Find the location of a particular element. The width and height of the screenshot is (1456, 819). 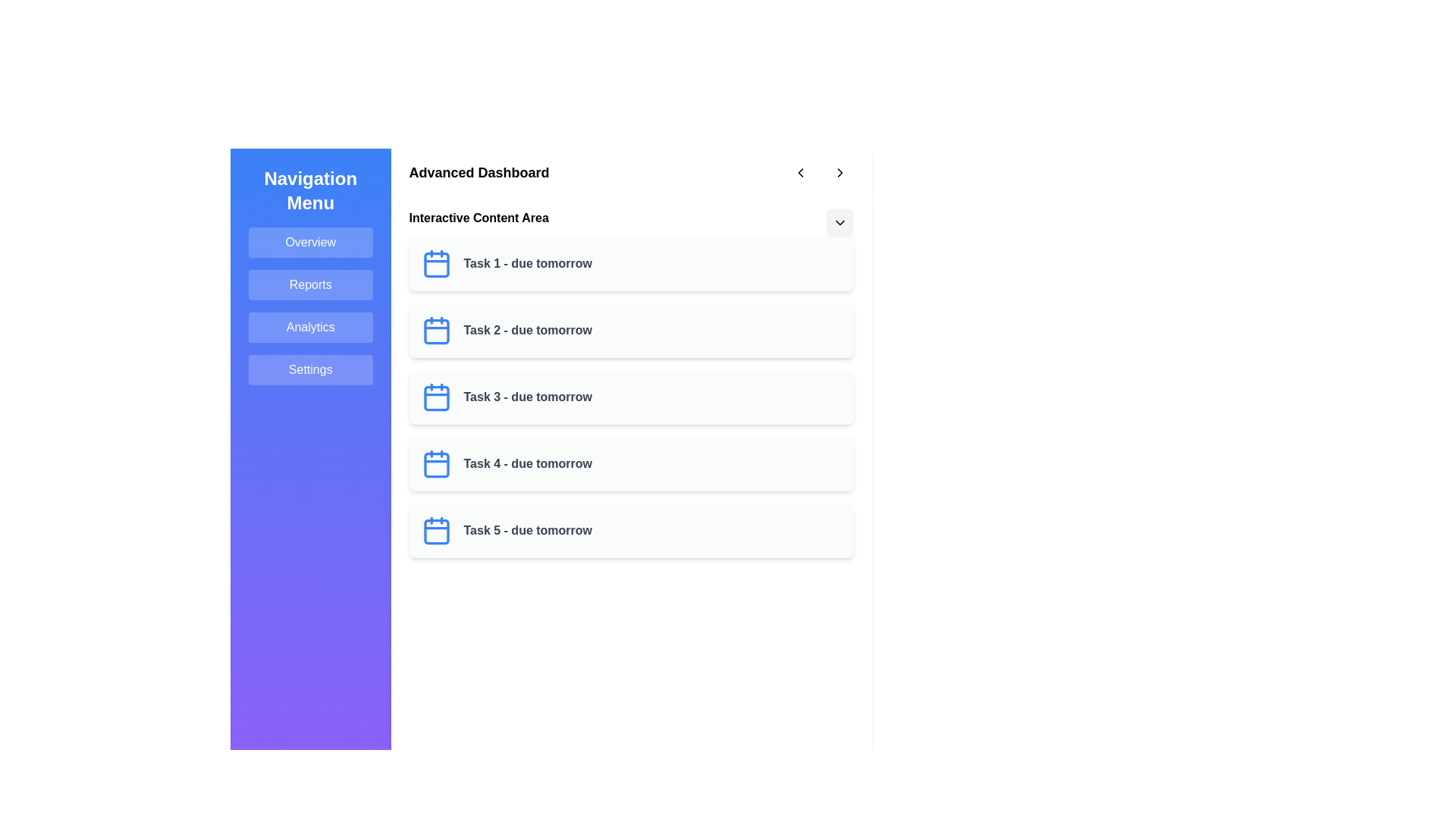

the Dropdown toggle icon located near the top-right of the interactive content area is located at coordinates (839, 222).